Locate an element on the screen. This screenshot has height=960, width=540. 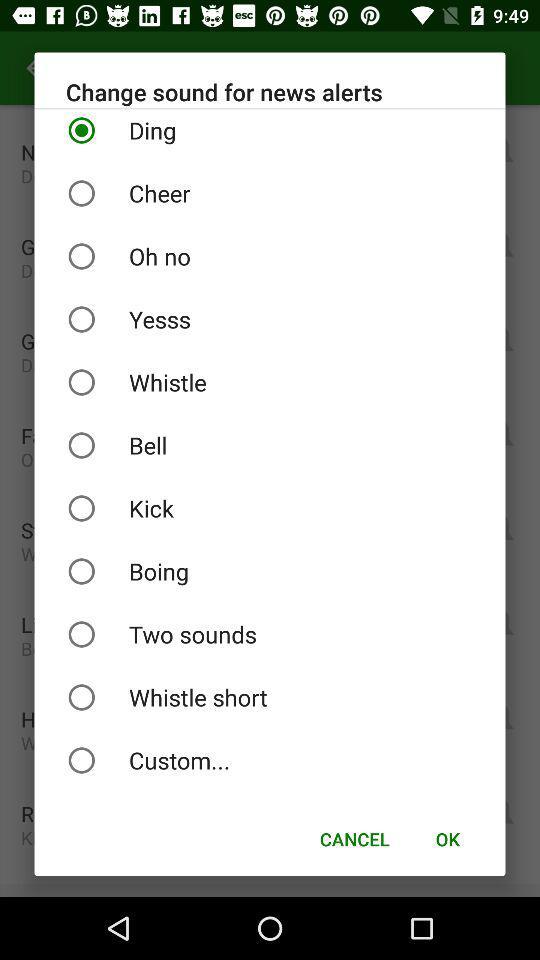
the icon at the bottom right corner is located at coordinates (447, 839).